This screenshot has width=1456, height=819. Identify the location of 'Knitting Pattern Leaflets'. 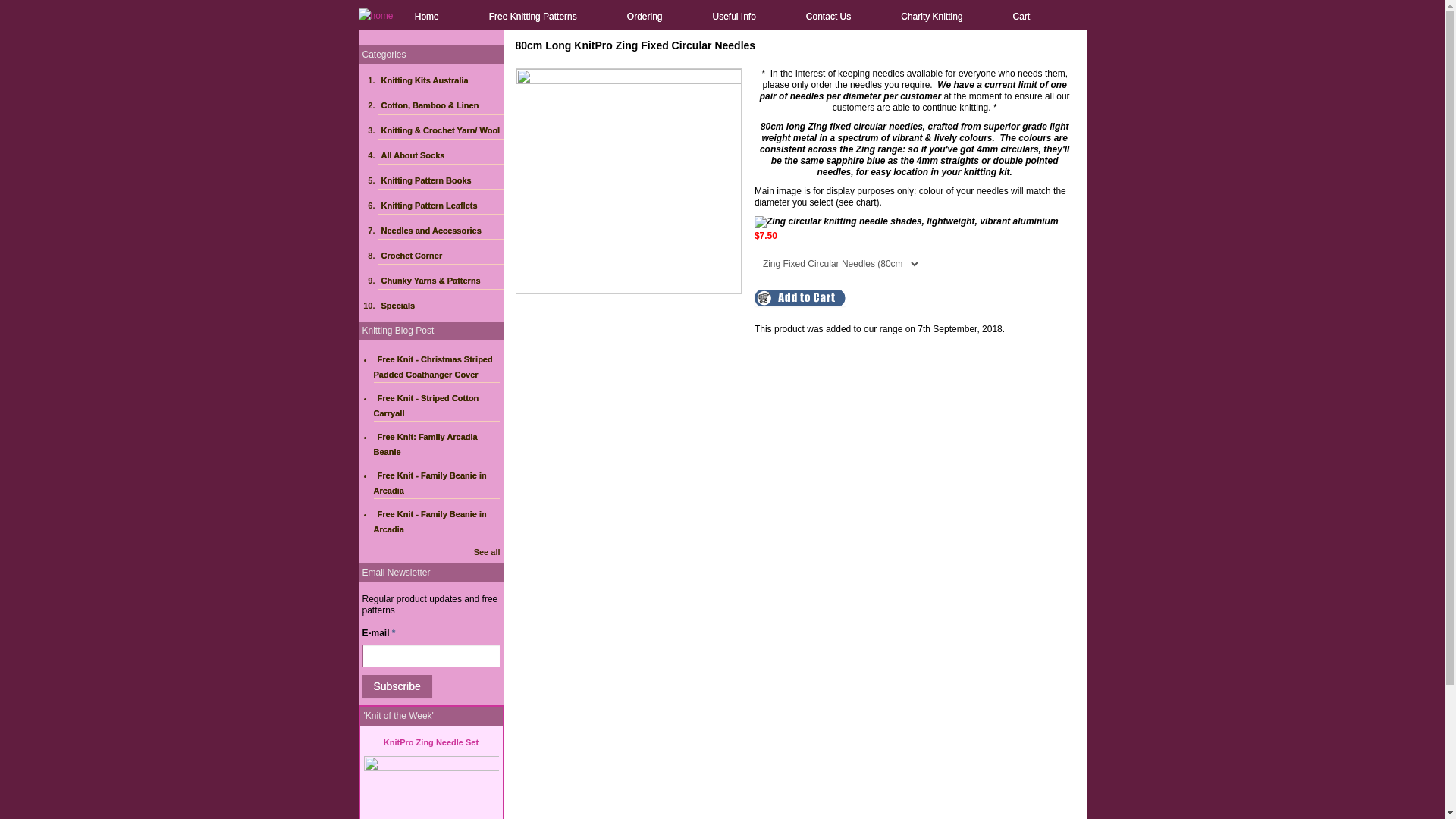
(440, 205).